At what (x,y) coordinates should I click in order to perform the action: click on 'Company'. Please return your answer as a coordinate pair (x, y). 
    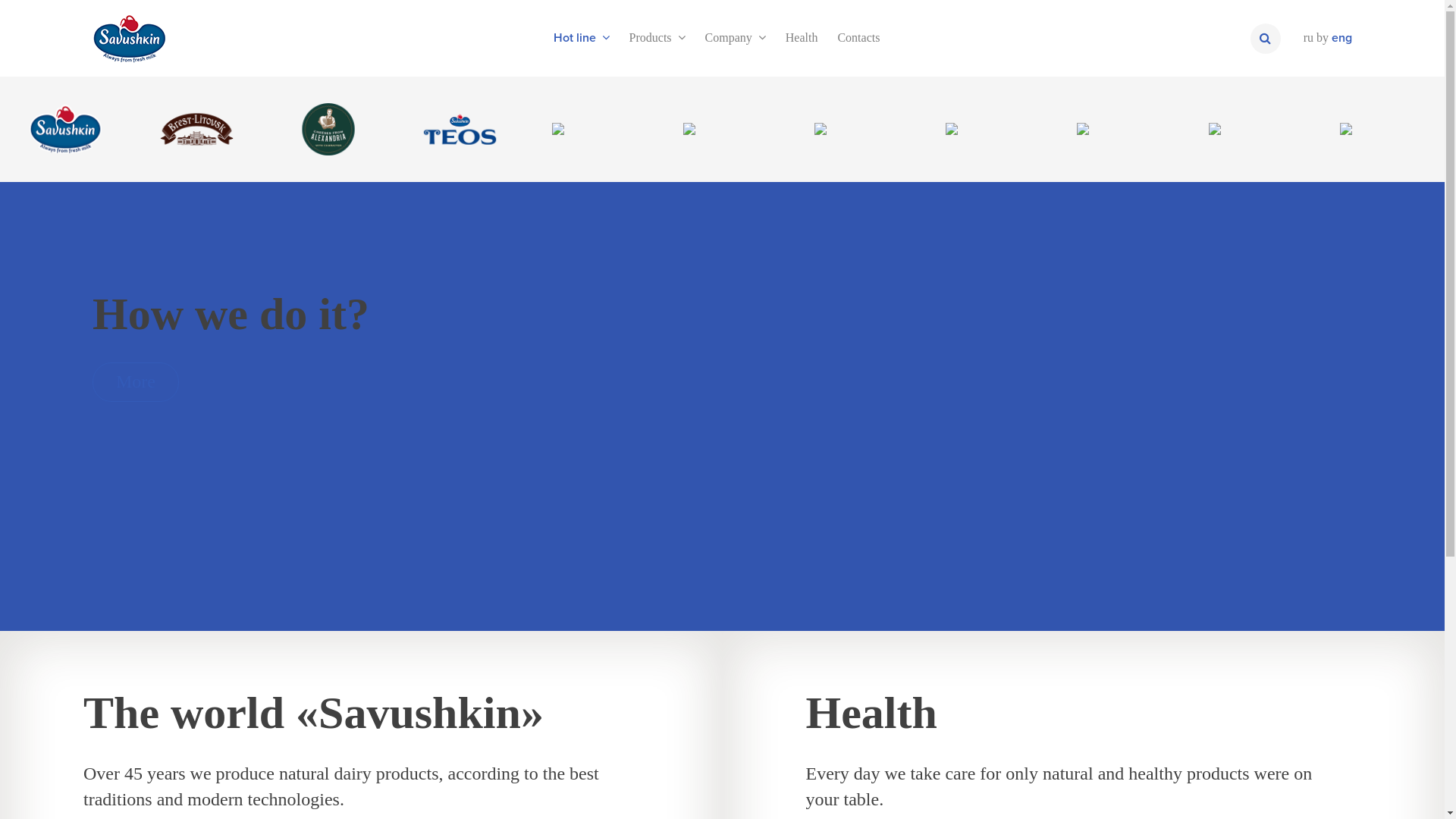
    Looking at the image, I should click on (735, 37).